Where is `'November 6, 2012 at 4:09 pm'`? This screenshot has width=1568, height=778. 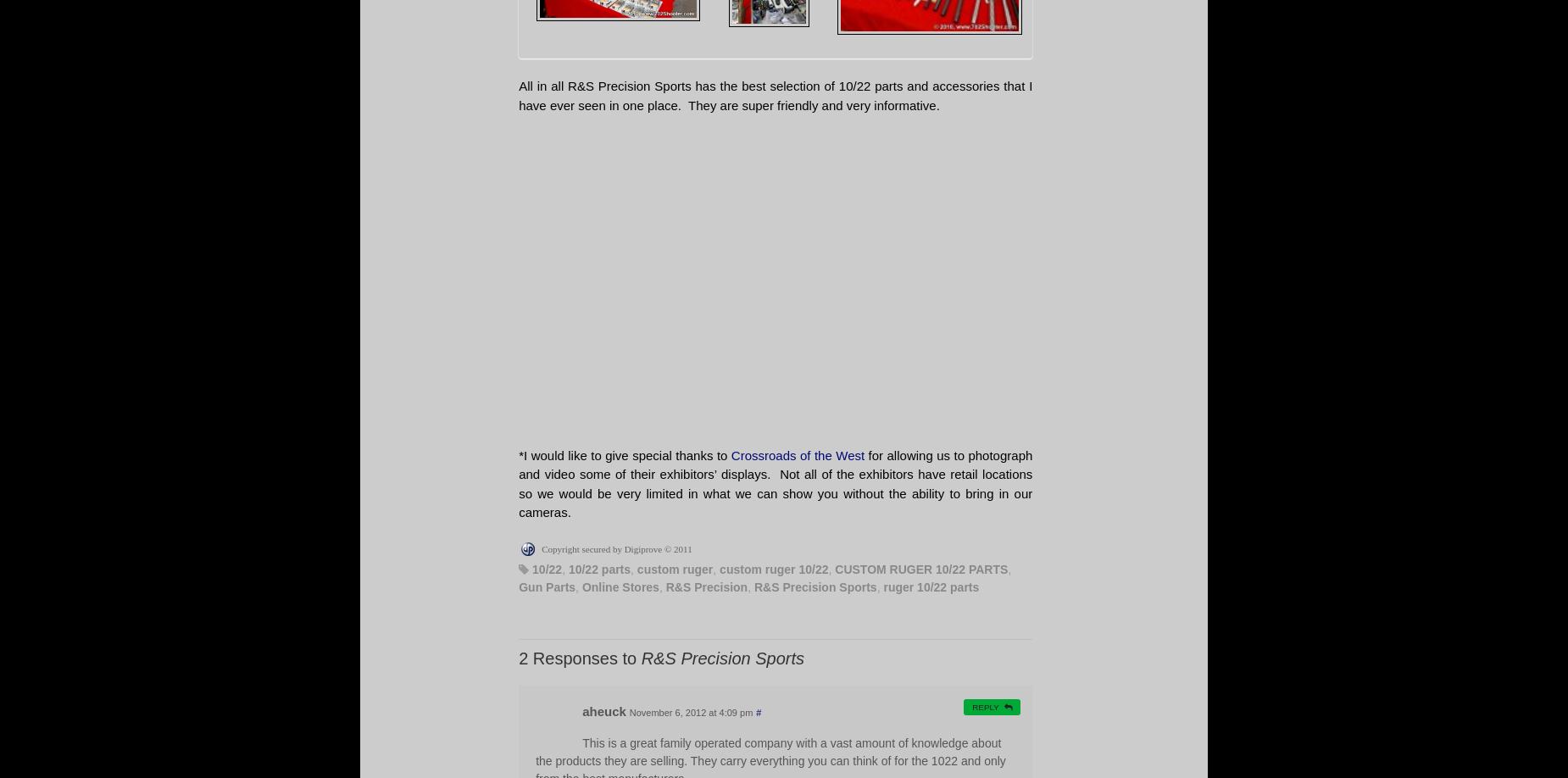
'November 6, 2012 at 4:09 pm' is located at coordinates (629, 711).